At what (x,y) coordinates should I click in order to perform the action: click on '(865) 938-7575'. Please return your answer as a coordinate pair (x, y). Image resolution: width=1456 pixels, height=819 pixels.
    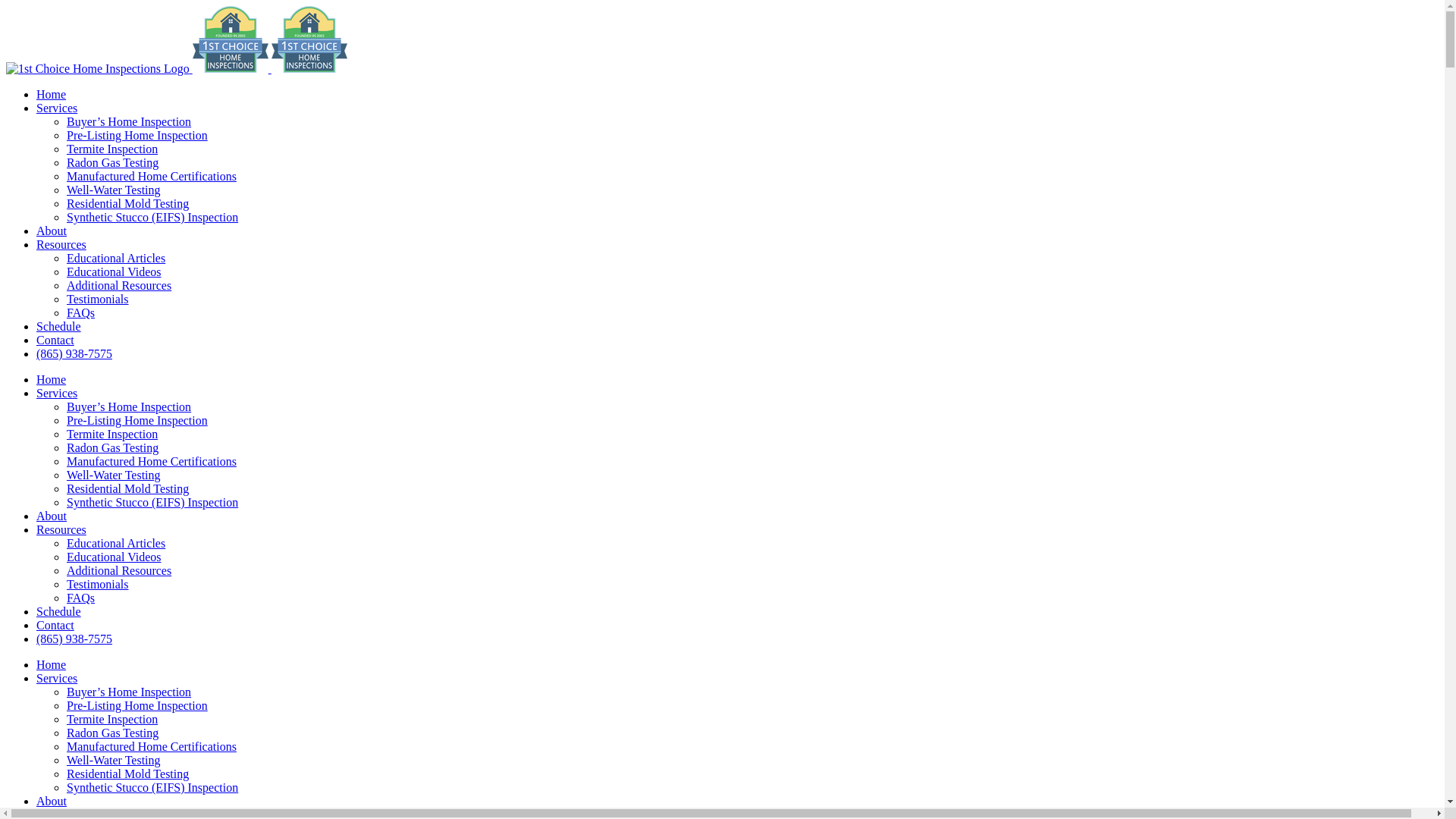
    Looking at the image, I should click on (73, 639).